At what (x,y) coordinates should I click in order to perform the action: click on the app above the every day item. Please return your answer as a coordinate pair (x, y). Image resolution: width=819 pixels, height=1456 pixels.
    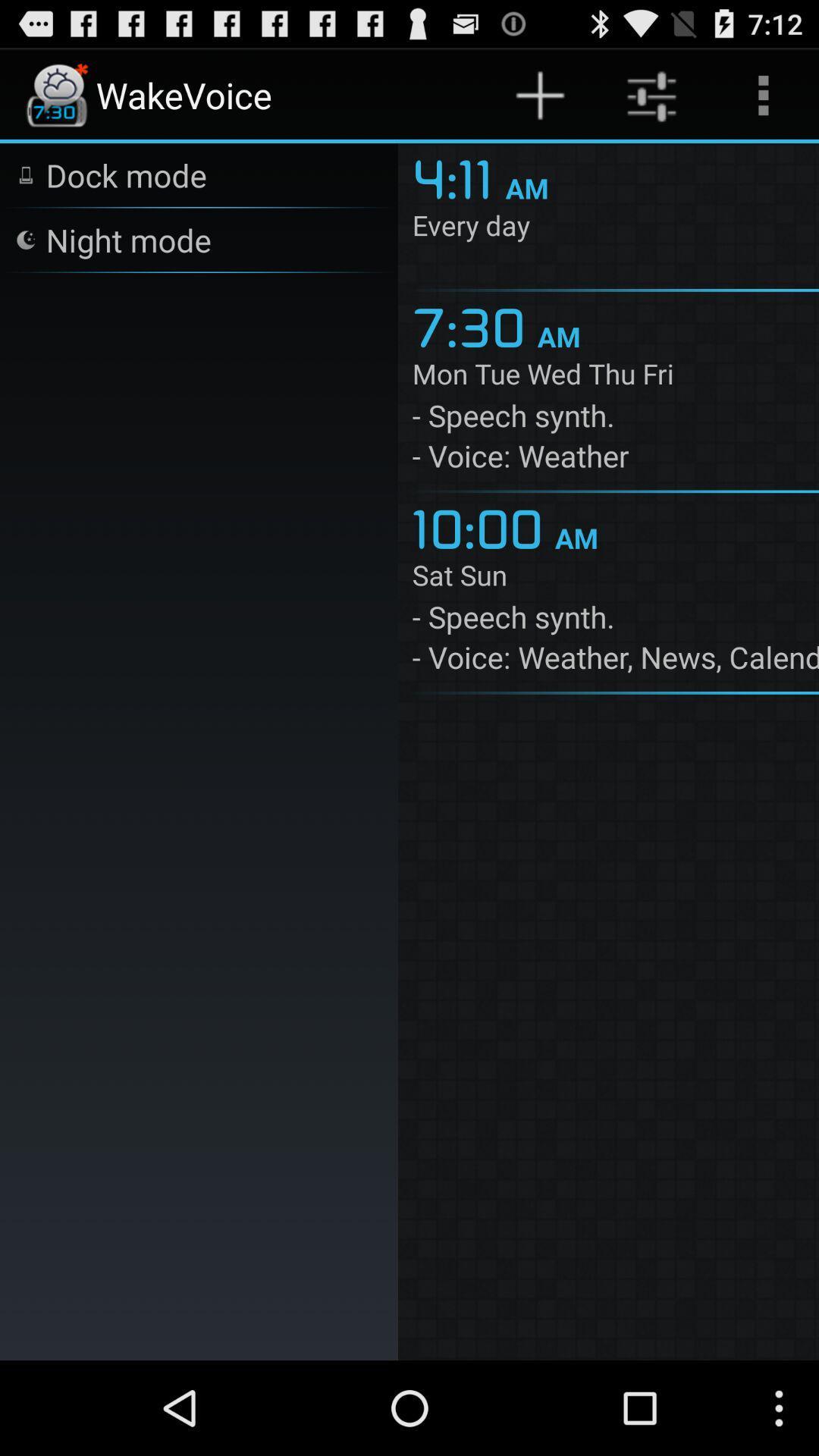
    Looking at the image, I should click on (458, 177).